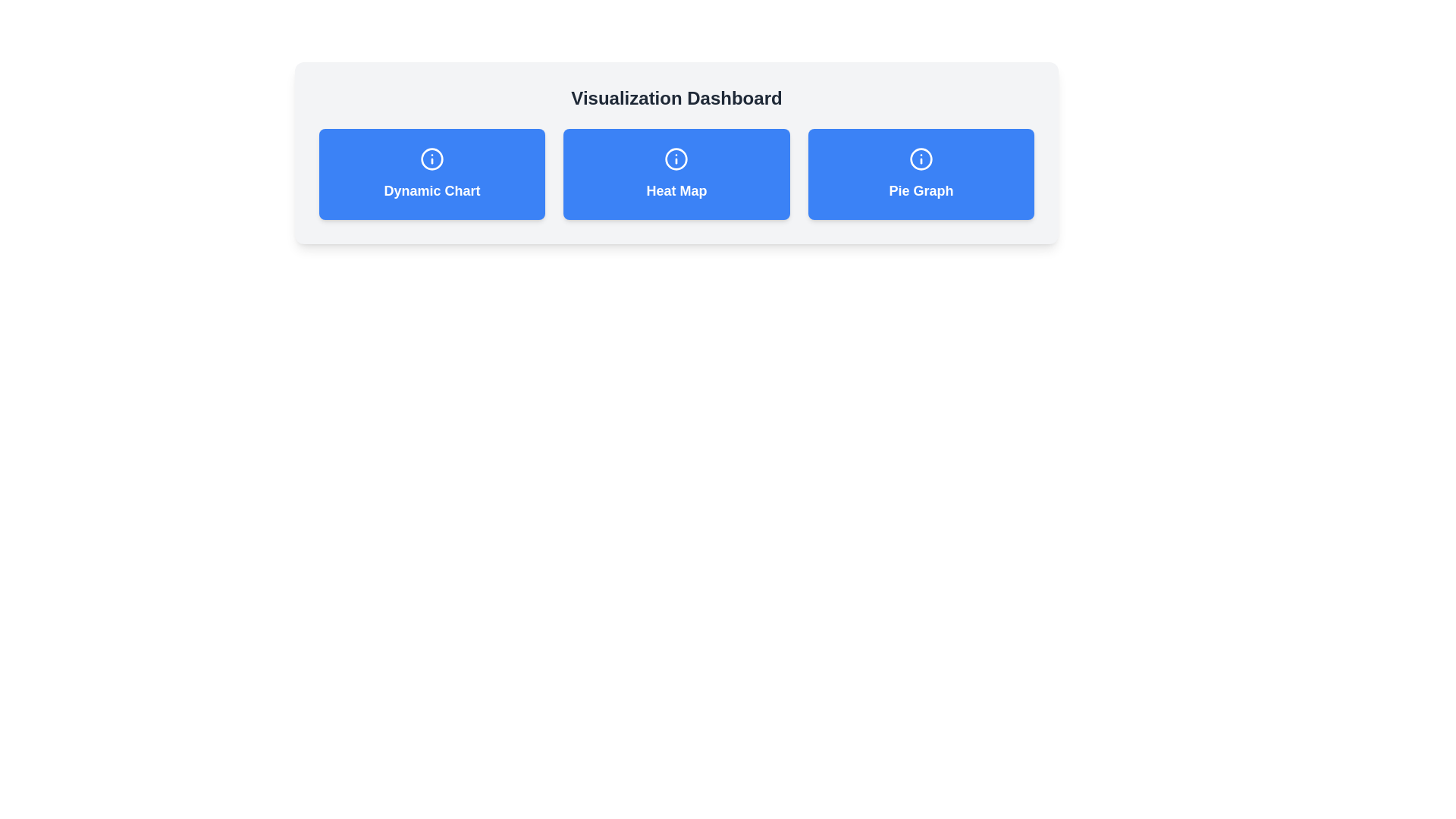 The image size is (1456, 819). Describe the element at coordinates (676, 158) in the screenshot. I see `the informational icon located at the top center of the 'Heat Map' card in the 'Visualization Dashboard'` at that location.